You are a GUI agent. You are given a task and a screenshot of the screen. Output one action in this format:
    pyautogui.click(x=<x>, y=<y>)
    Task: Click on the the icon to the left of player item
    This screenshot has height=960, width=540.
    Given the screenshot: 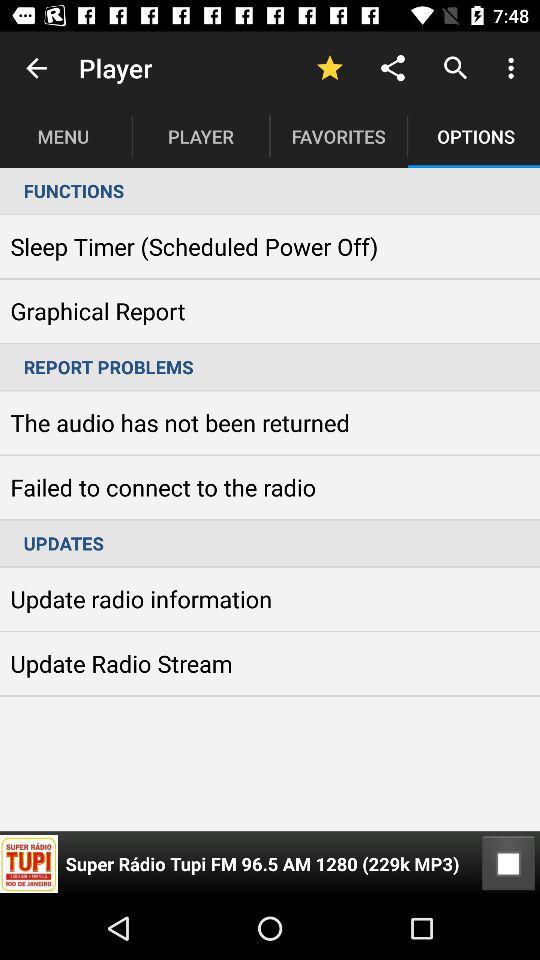 What is the action you would take?
    pyautogui.click(x=36, y=68)
    